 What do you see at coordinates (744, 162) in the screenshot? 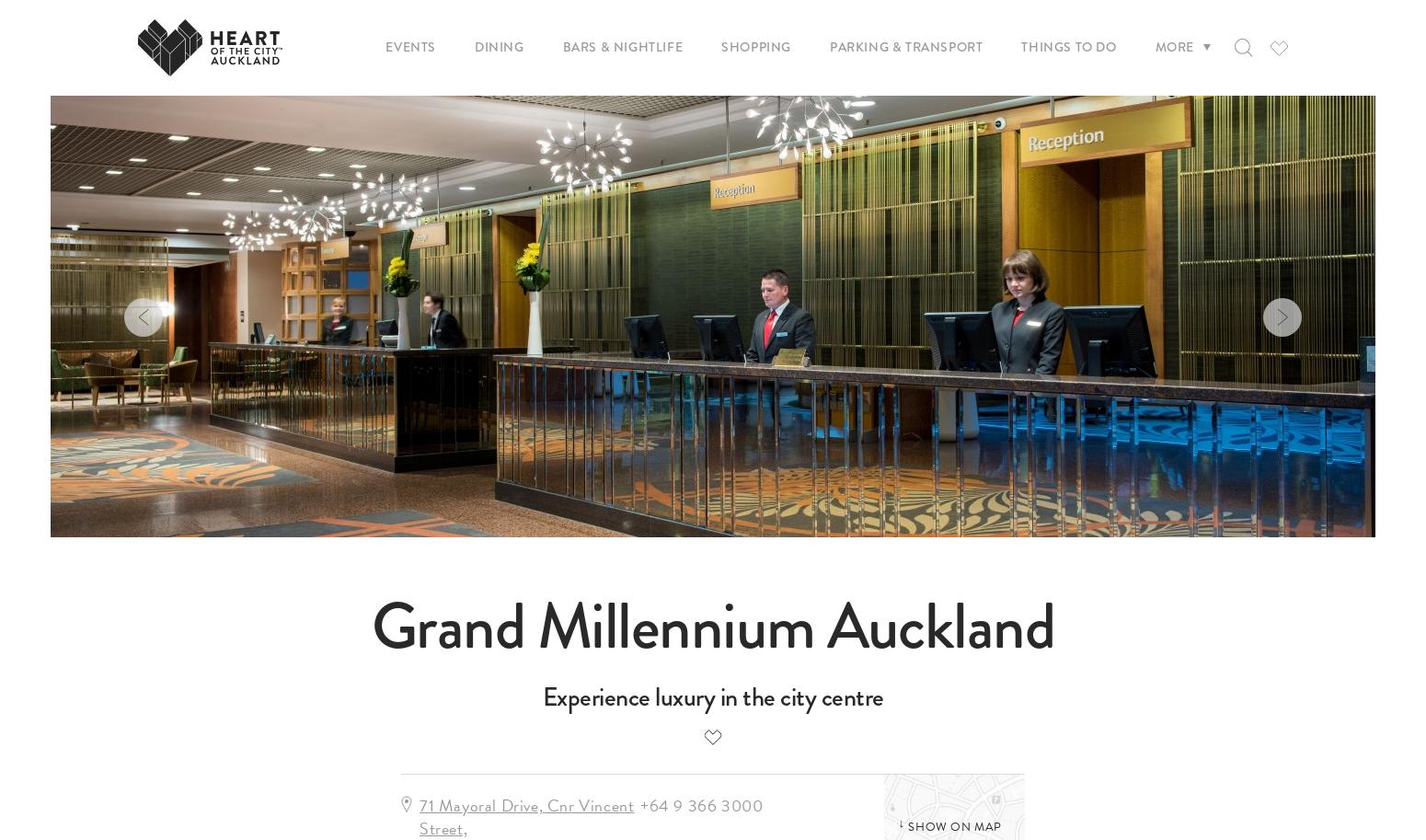
I see `'28 July 2023'` at bounding box center [744, 162].